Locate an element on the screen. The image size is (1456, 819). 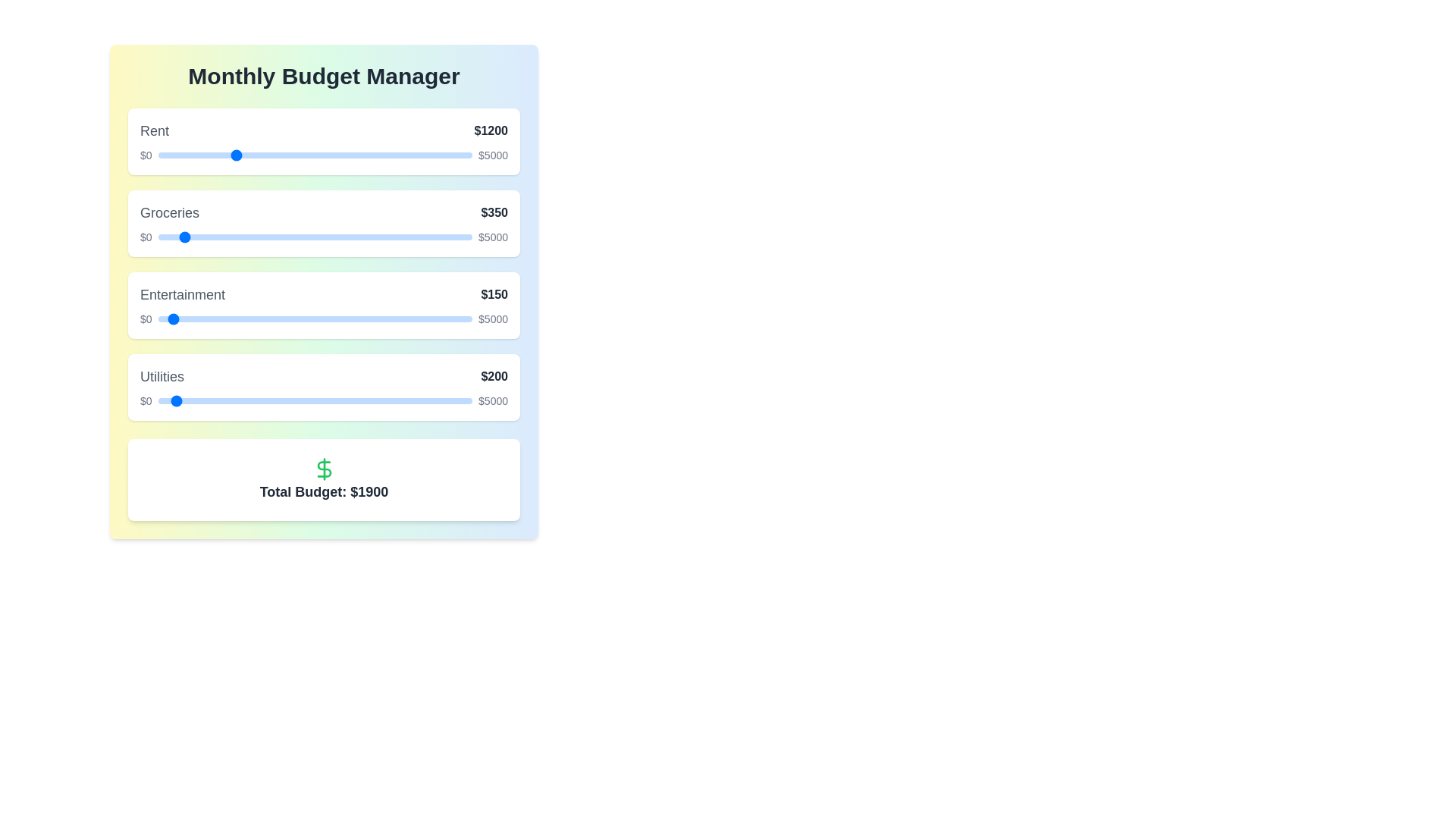
the value of the slider is located at coordinates (293, 318).